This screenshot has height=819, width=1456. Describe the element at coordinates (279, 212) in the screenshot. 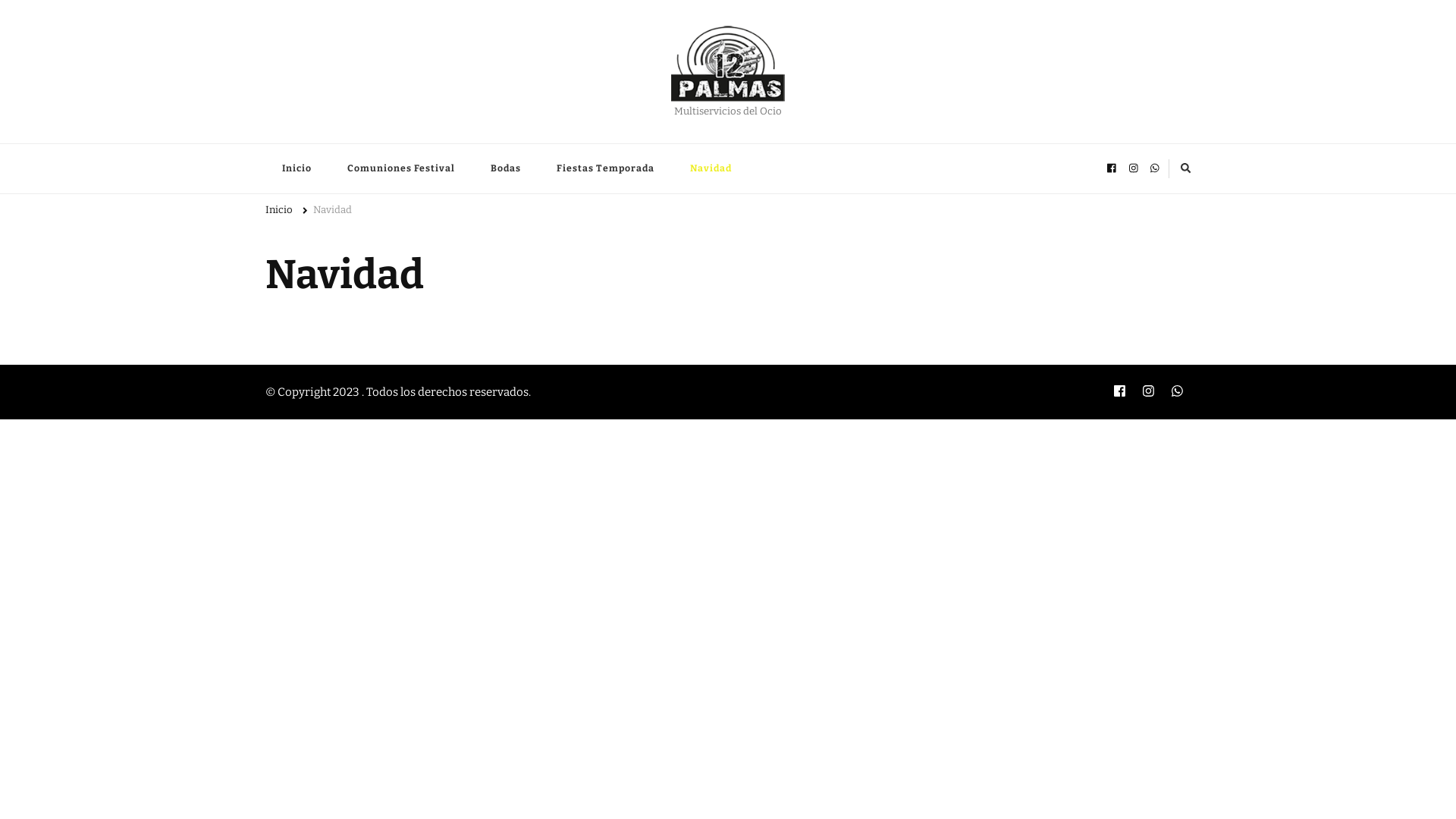

I see `'Inicio'` at that location.